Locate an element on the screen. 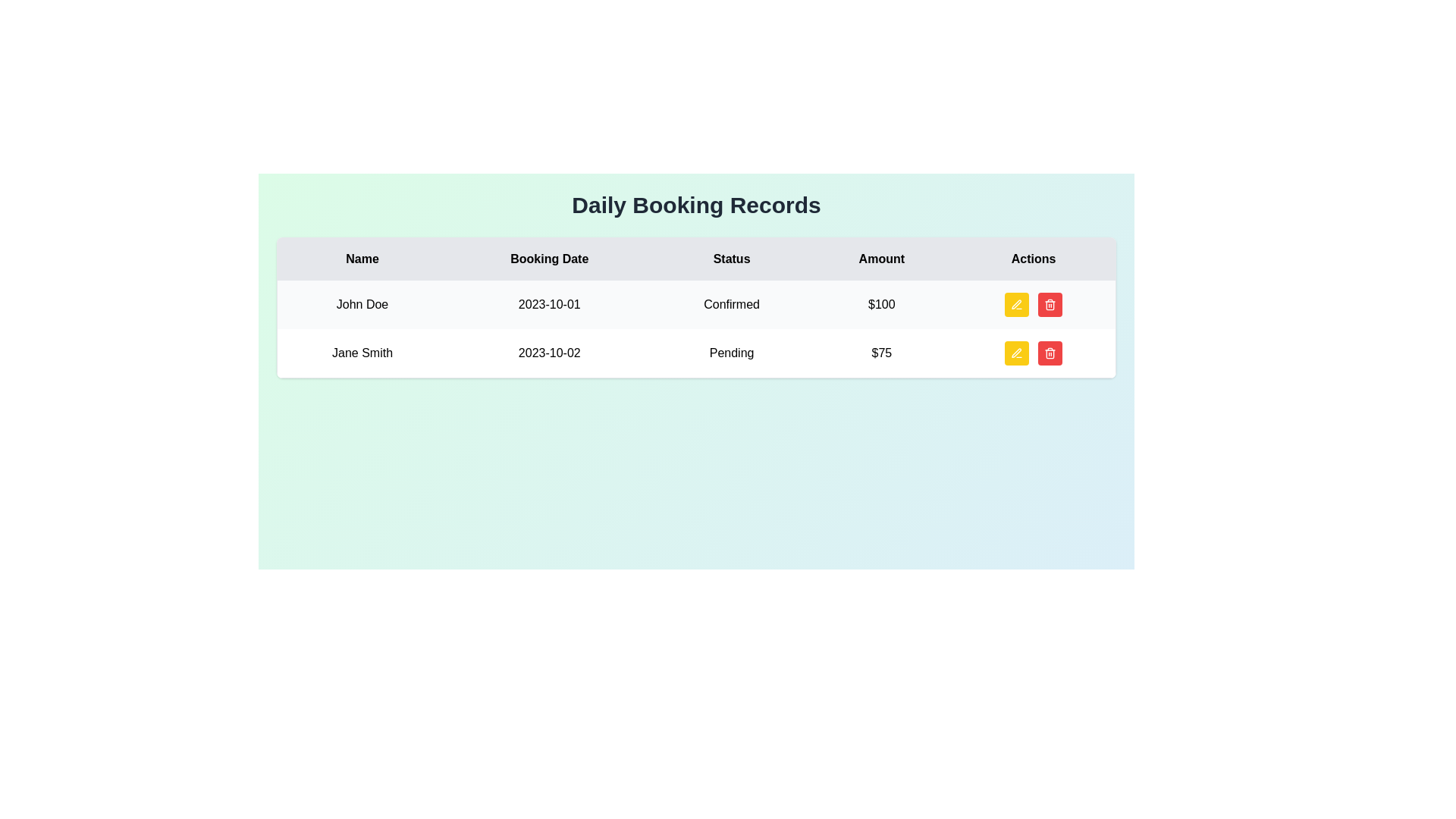 Image resolution: width=1456 pixels, height=819 pixels. the rectangular main body of the red trash can icon located in the 'Actions' column of the second row of the table is located at coordinates (1050, 354).